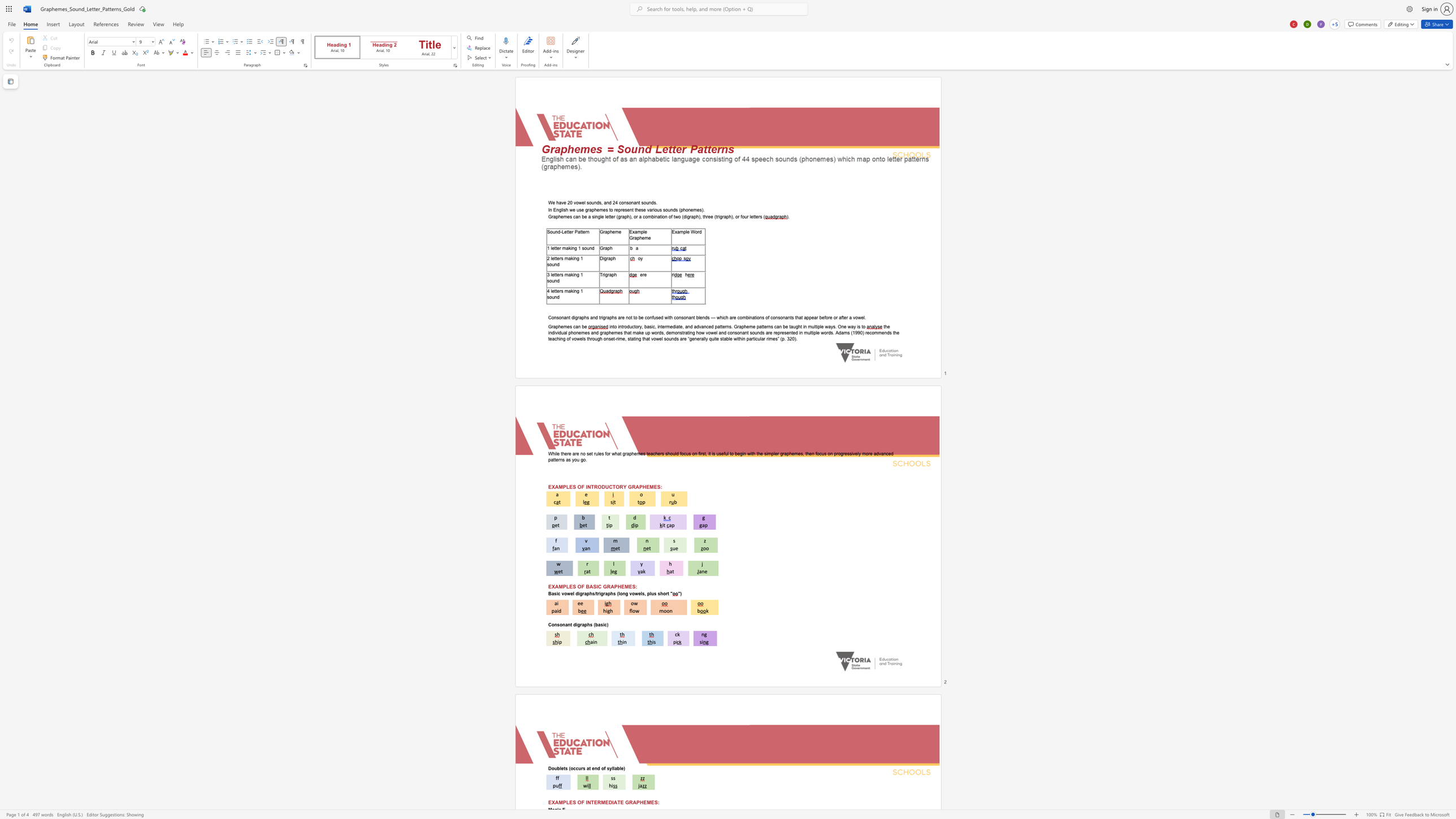 The height and width of the screenshot is (819, 1456). Describe the element at coordinates (688, 216) in the screenshot. I see `the 3th character "g" in the text` at that location.